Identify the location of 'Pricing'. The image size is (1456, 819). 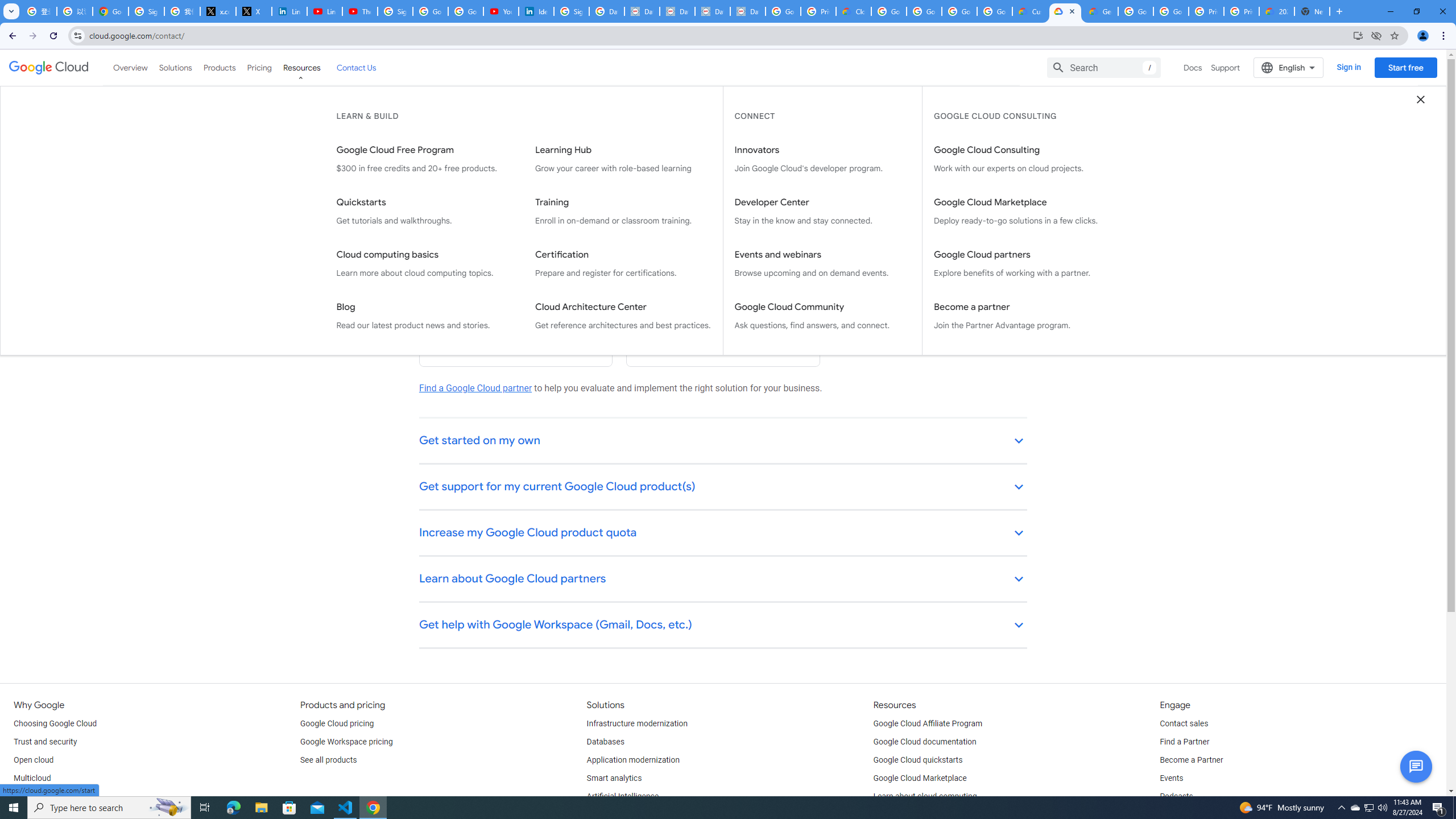
(259, 67).